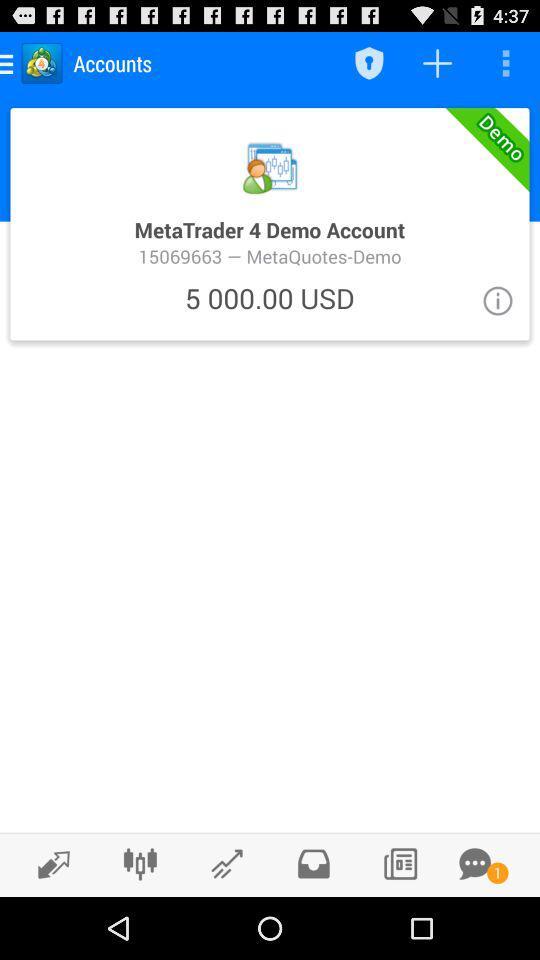 The width and height of the screenshot is (540, 960). What do you see at coordinates (139, 863) in the screenshot?
I see `adjust settings` at bounding box center [139, 863].